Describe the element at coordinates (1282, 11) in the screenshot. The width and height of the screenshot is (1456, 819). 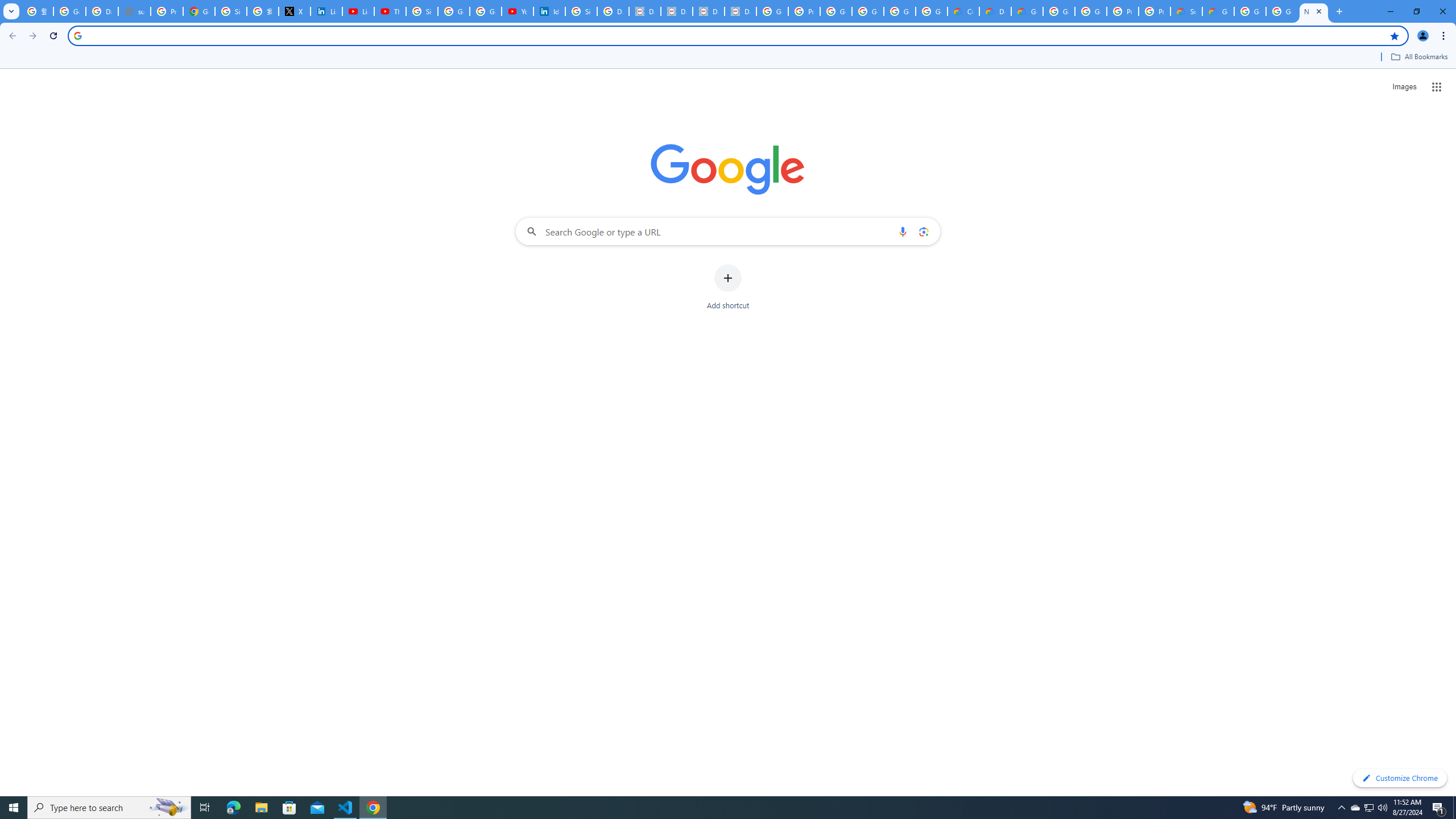
I see `'Google Cloud Platform'` at that location.